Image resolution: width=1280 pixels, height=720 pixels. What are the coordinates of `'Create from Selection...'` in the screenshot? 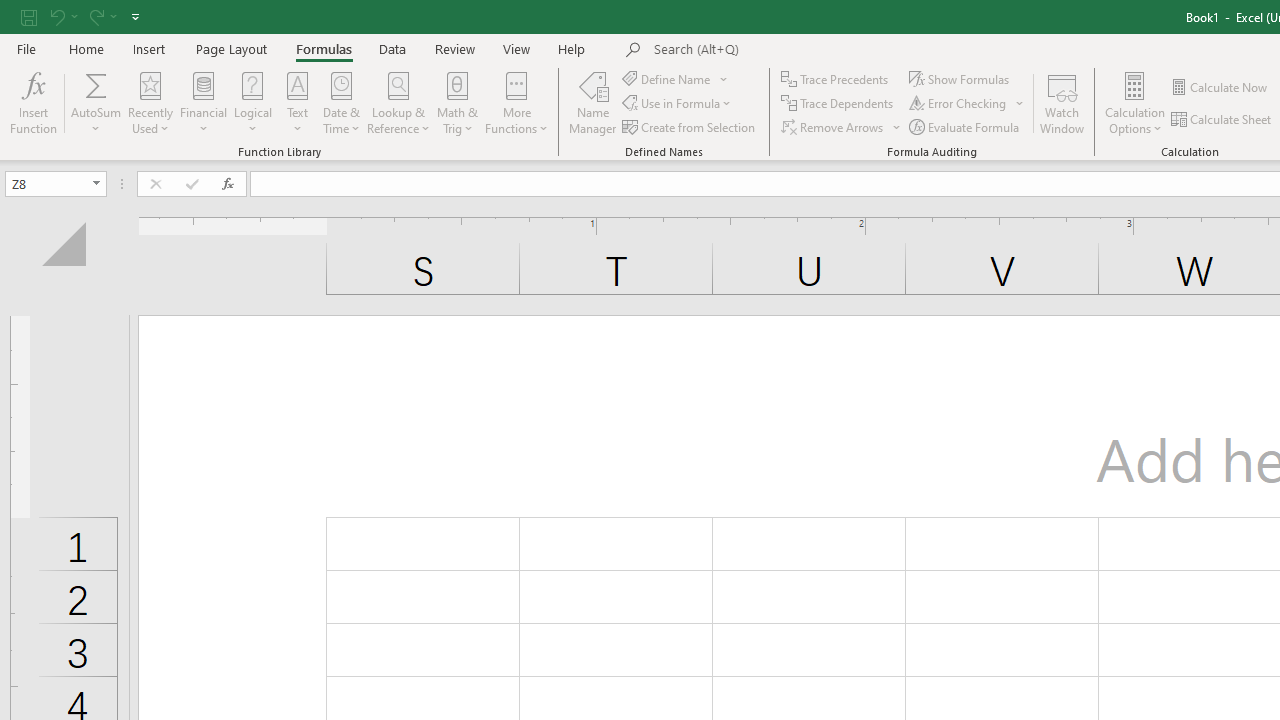 It's located at (690, 127).